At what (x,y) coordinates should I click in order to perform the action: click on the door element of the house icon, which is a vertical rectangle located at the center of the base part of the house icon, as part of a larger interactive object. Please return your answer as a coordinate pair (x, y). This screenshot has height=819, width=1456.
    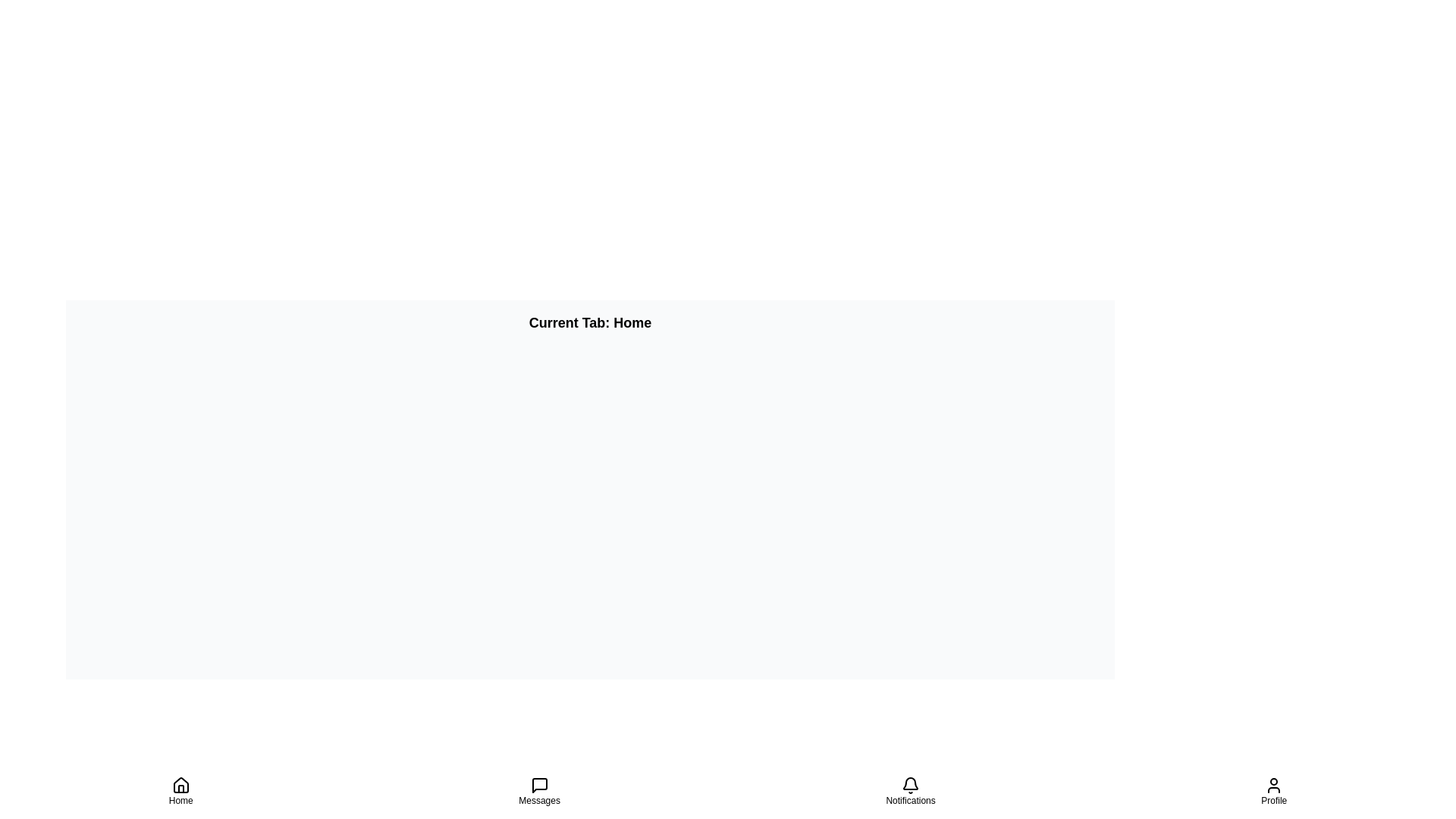
    Looking at the image, I should click on (180, 788).